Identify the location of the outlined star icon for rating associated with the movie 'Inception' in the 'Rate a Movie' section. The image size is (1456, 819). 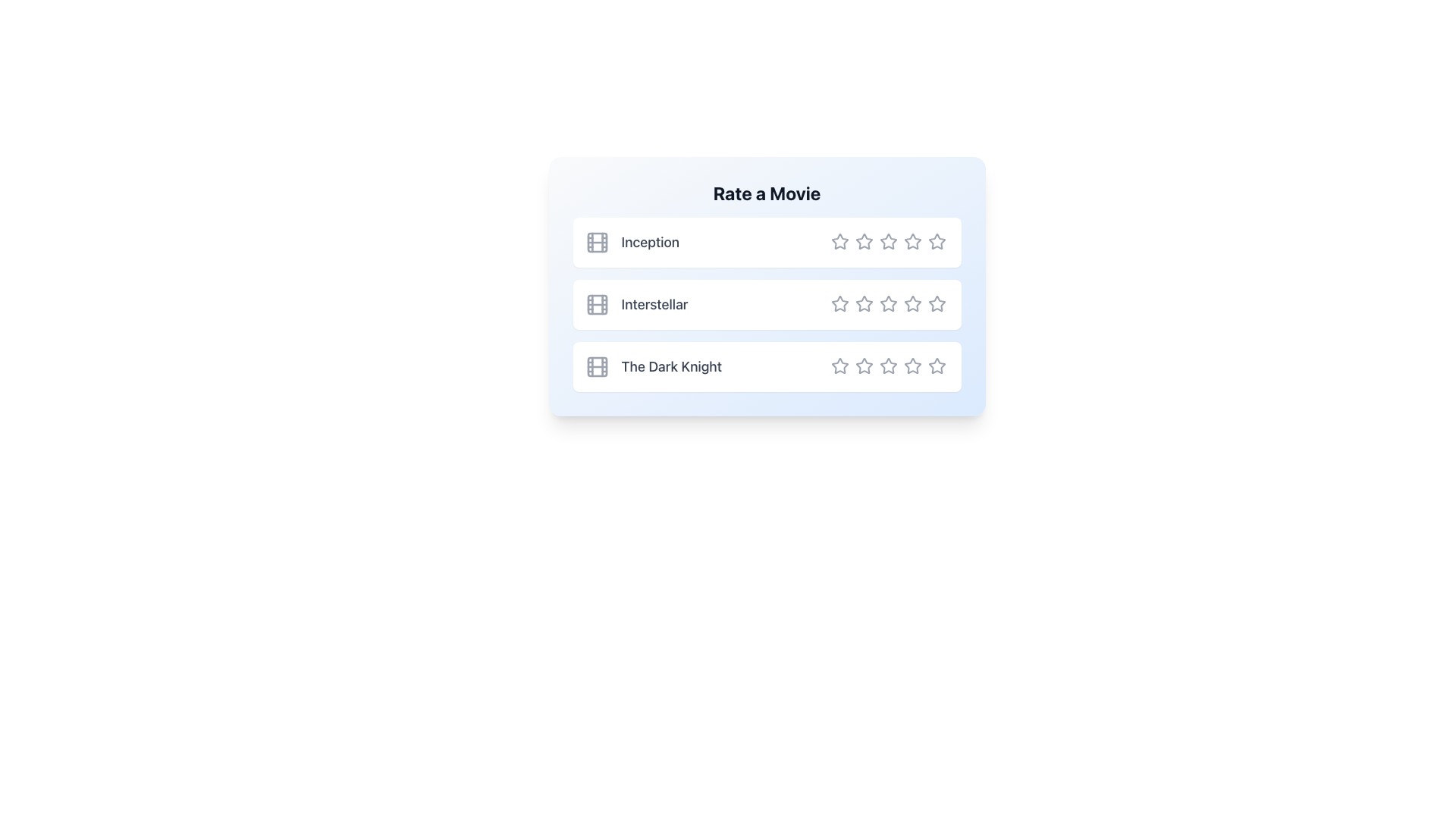
(839, 241).